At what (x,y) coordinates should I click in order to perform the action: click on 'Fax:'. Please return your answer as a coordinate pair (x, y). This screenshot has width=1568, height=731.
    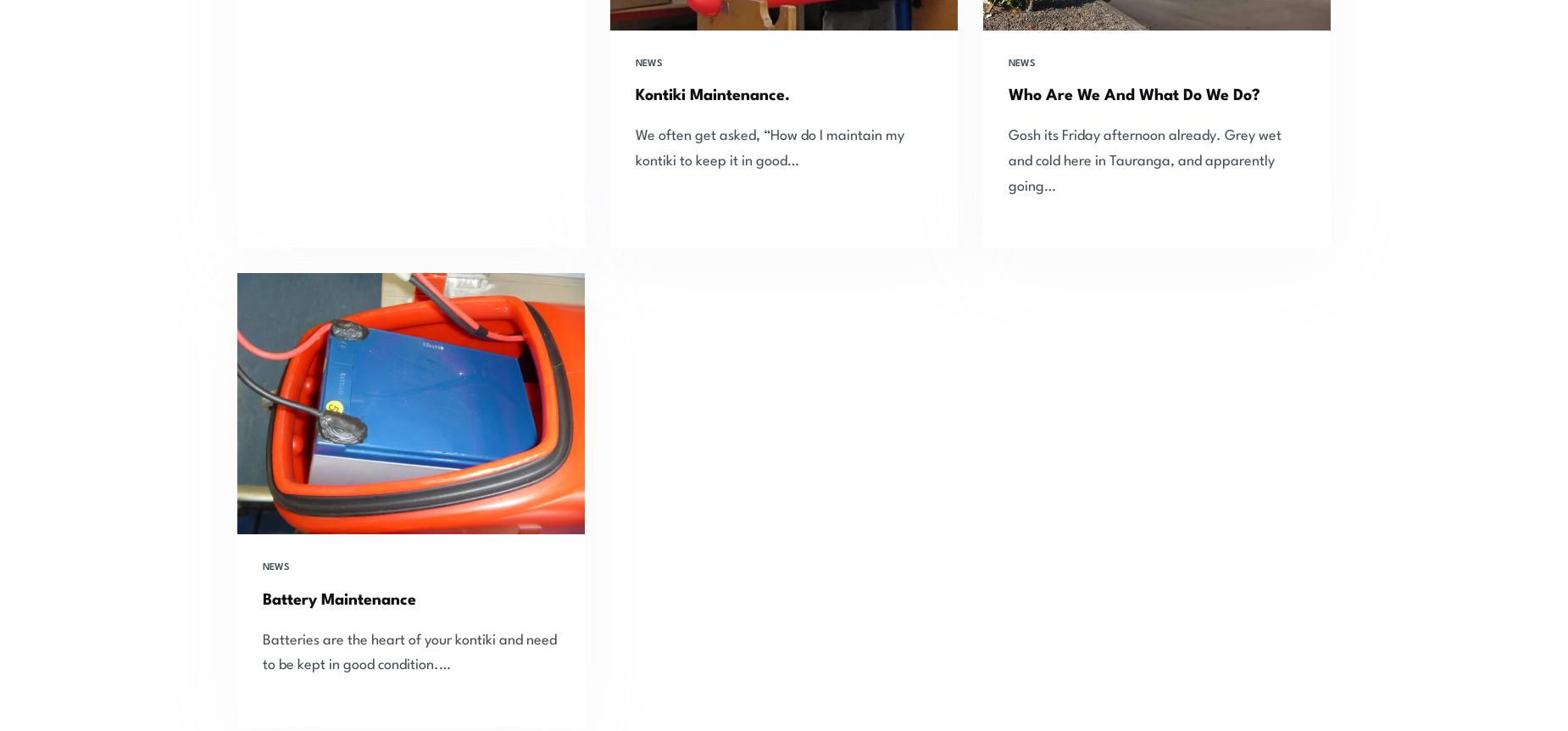
    Looking at the image, I should click on (1151, 694).